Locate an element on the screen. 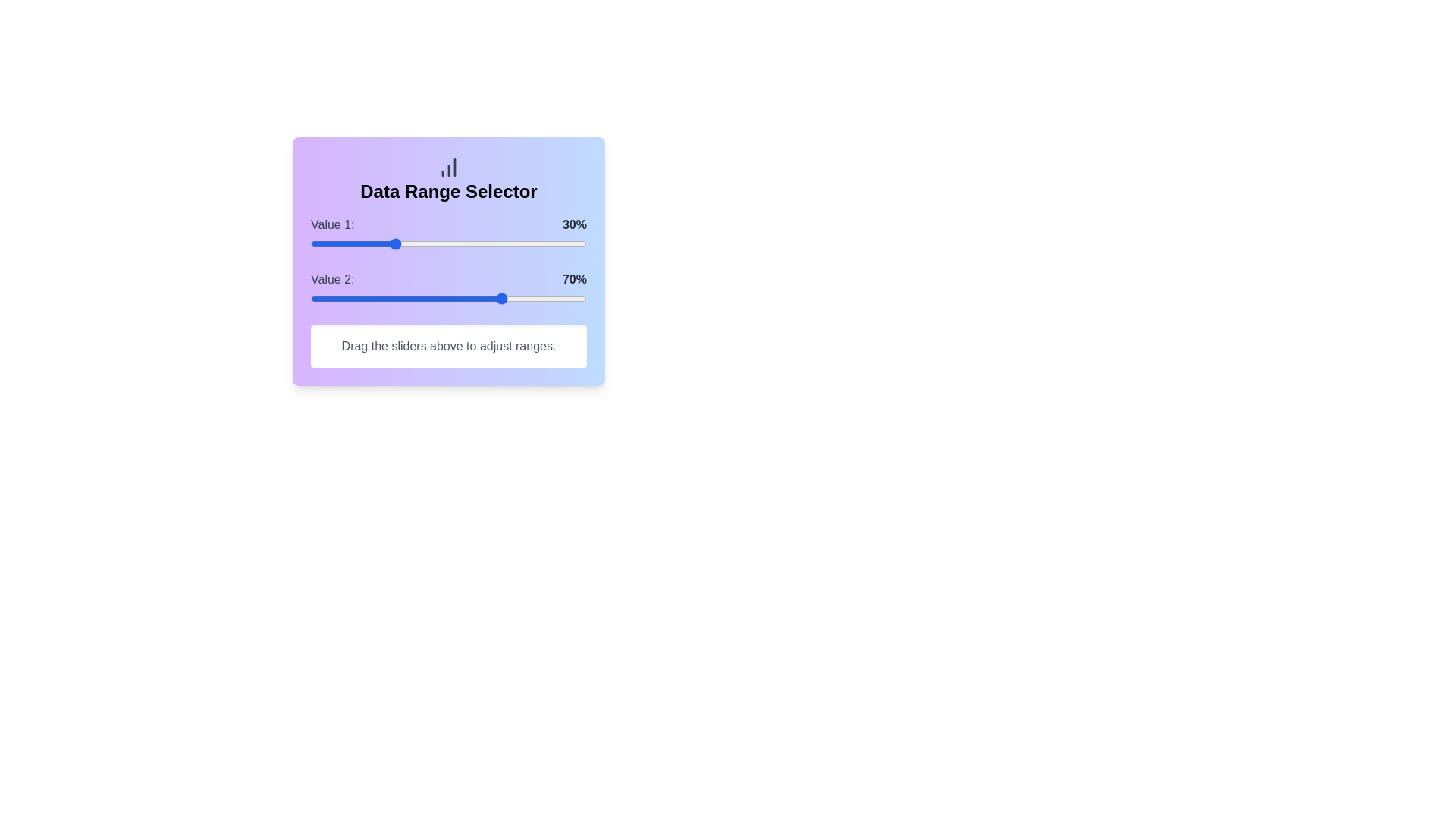 This screenshot has height=819, width=1456. the Value 2 slider to 76% is located at coordinates (520, 298).